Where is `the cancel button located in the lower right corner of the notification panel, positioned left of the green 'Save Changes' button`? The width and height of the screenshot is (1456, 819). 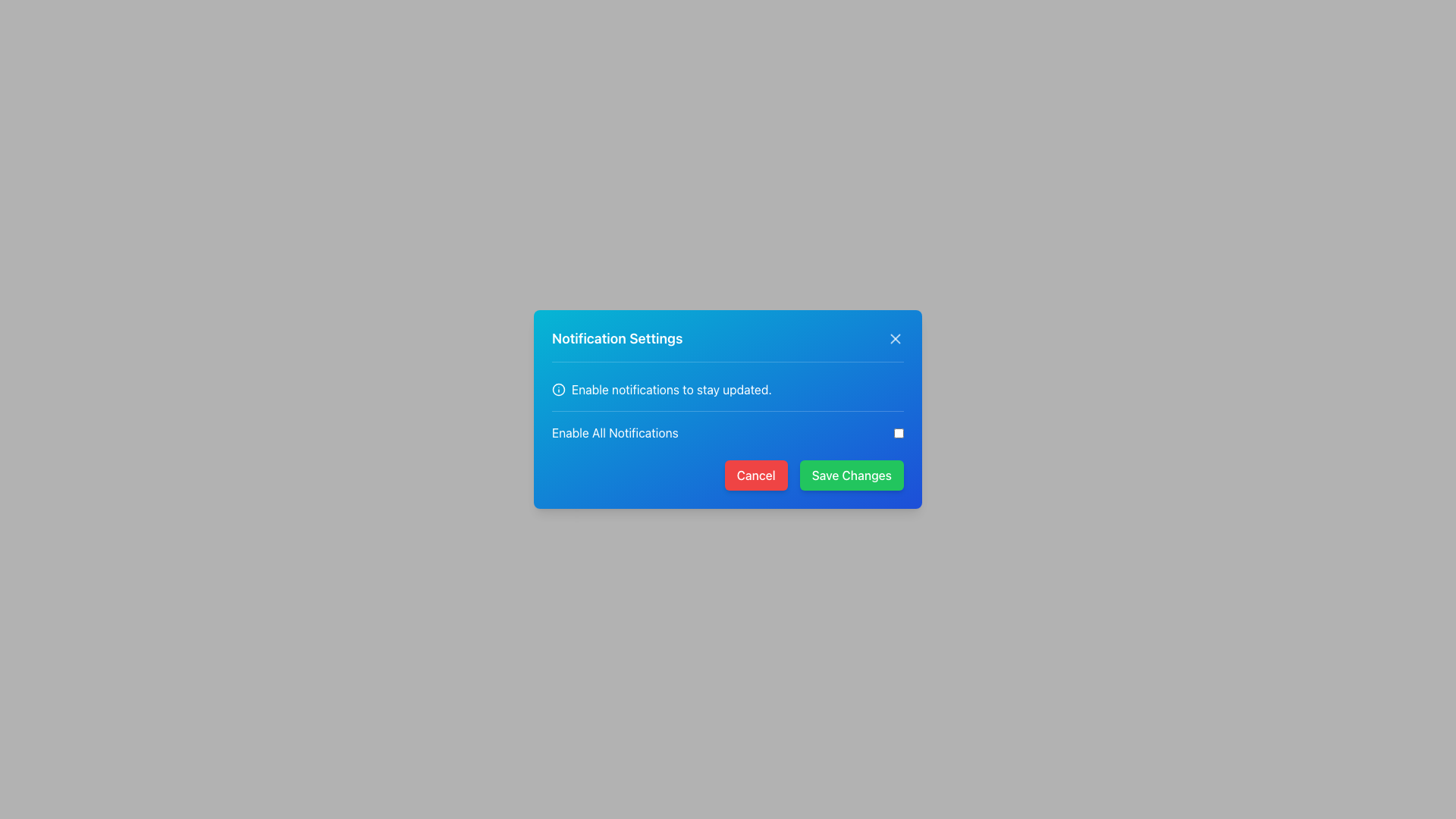 the cancel button located in the lower right corner of the notification panel, positioned left of the green 'Save Changes' button is located at coordinates (756, 475).